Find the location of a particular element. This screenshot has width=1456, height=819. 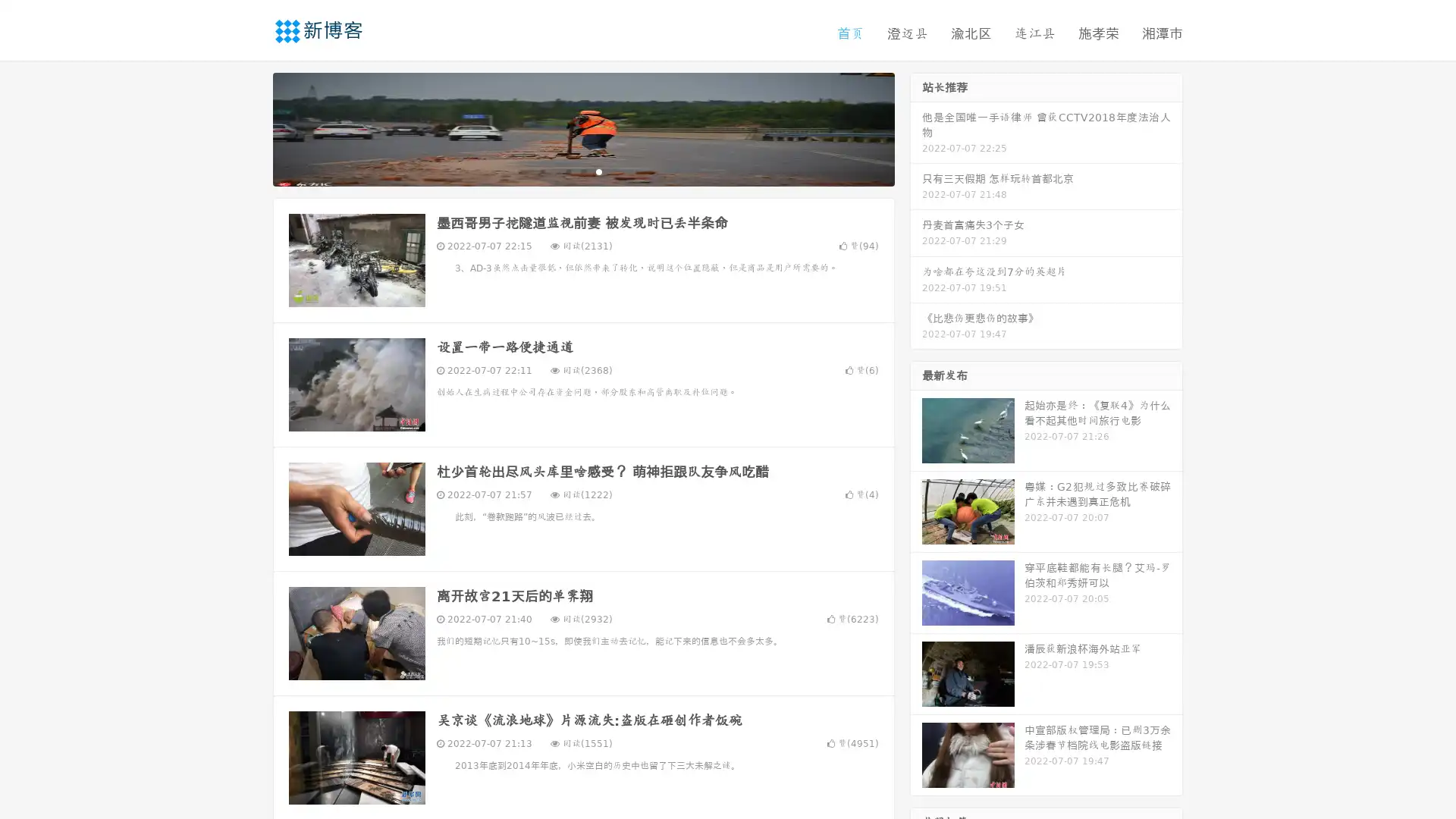

Previous slide is located at coordinates (250, 127).